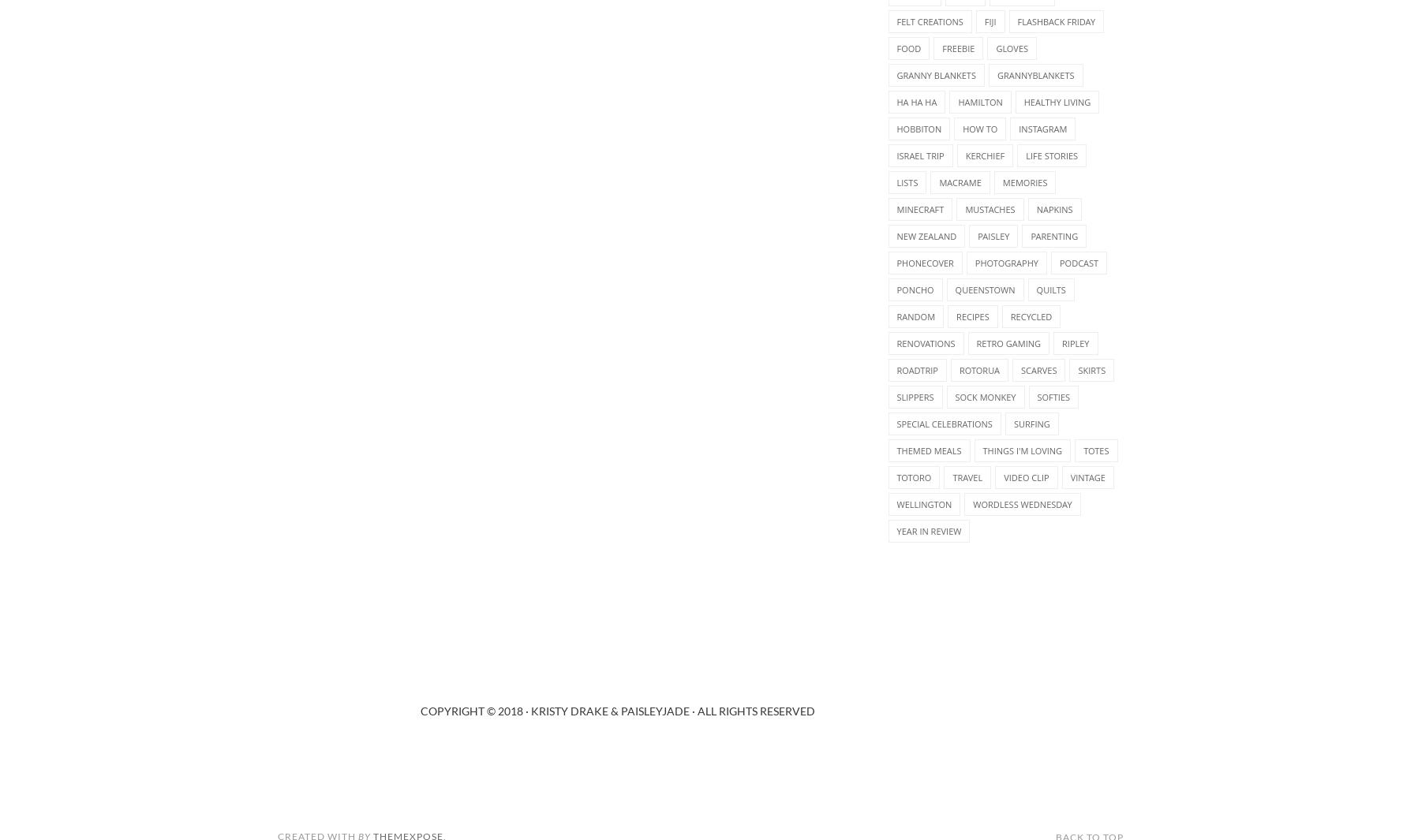 The width and height of the screenshot is (1403, 840). Describe the element at coordinates (915, 289) in the screenshot. I see `'poncho'` at that location.